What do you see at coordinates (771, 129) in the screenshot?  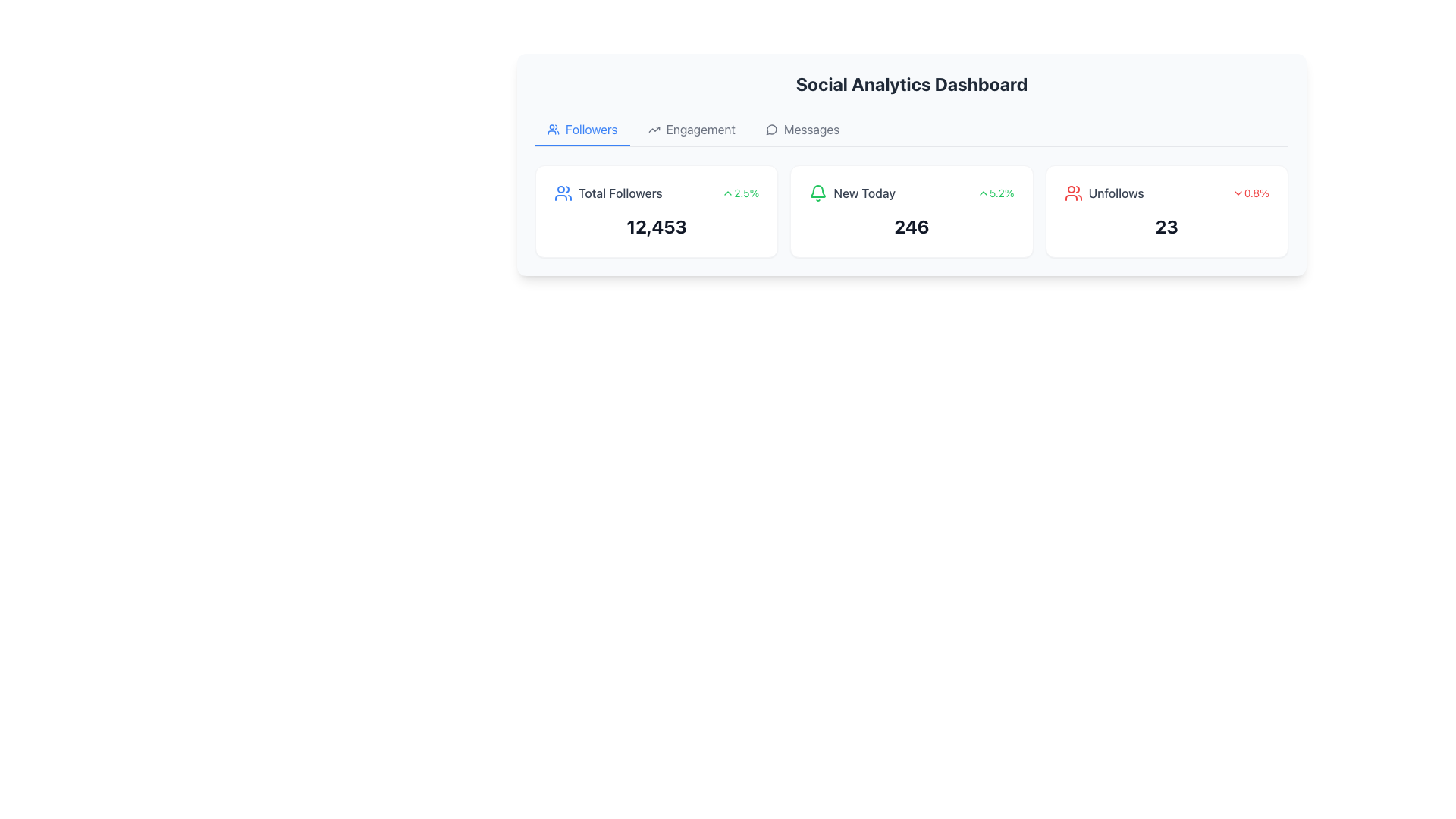 I see `the 'Messages' icon located in the top navigation bar of the analytics dashboard` at bounding box center [771, 129].